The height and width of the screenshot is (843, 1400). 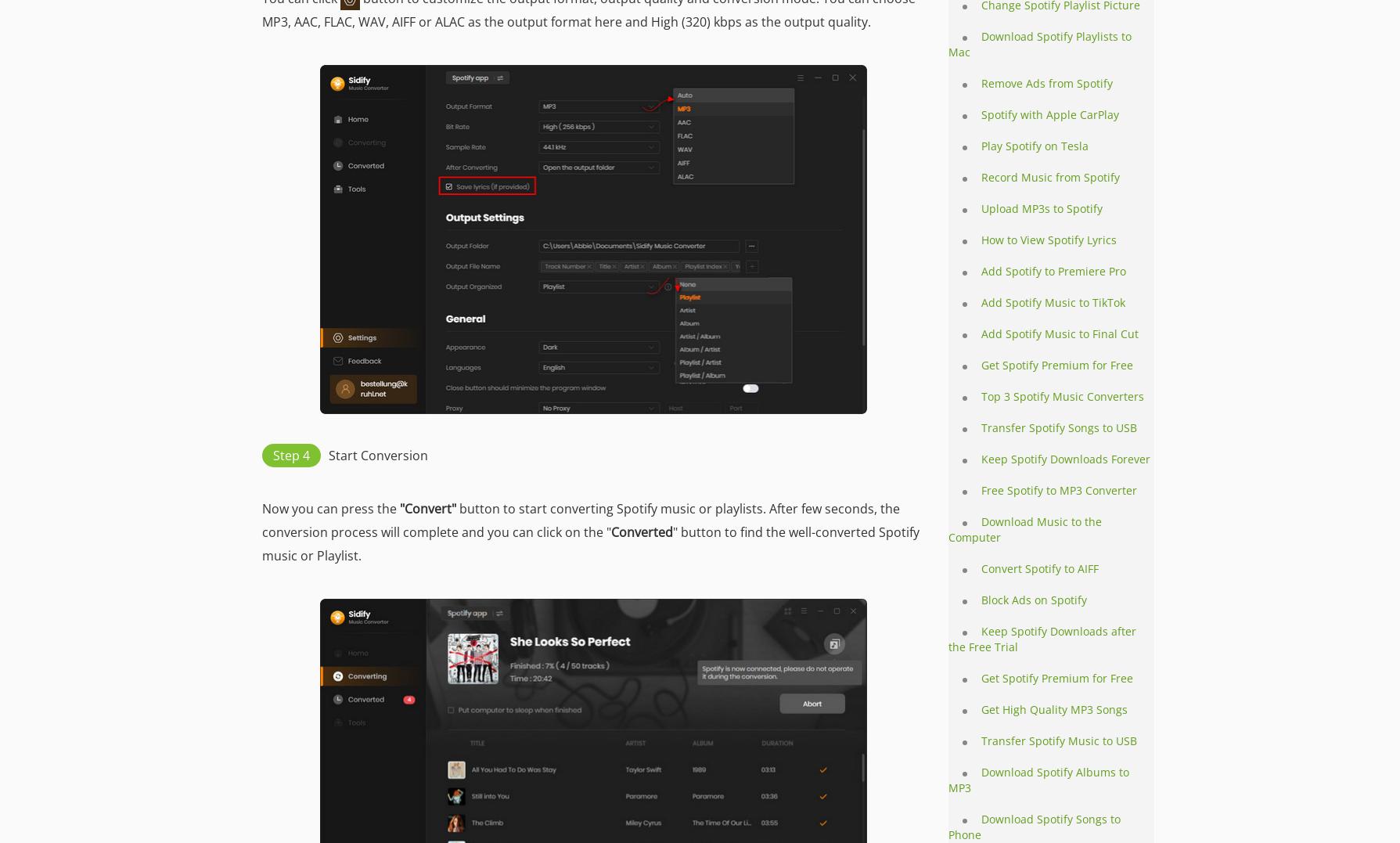 What do you see at coordinates (981, 177) in the screenshot?
I see `'Record Music from Spotify'` at bounding box center [981, 177].